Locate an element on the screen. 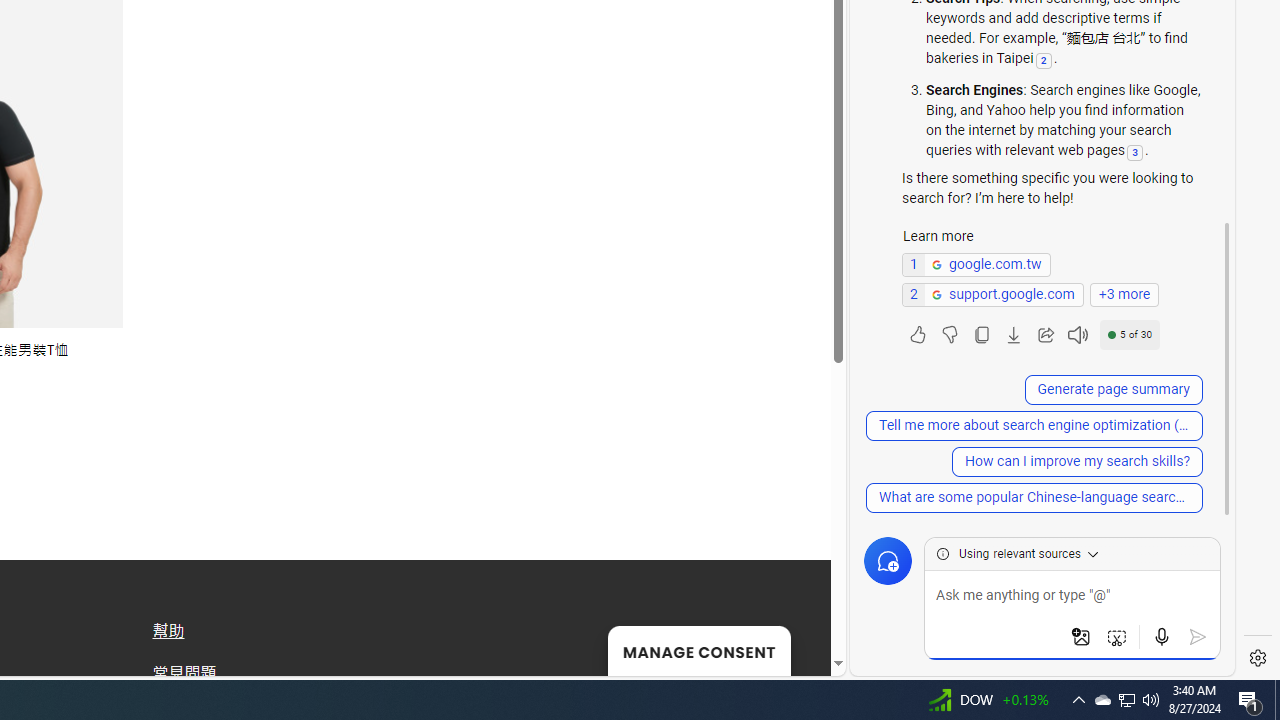 The image size is (1280, 720). 'MANAGE CONSENT' is located at coordinates (698, 650).